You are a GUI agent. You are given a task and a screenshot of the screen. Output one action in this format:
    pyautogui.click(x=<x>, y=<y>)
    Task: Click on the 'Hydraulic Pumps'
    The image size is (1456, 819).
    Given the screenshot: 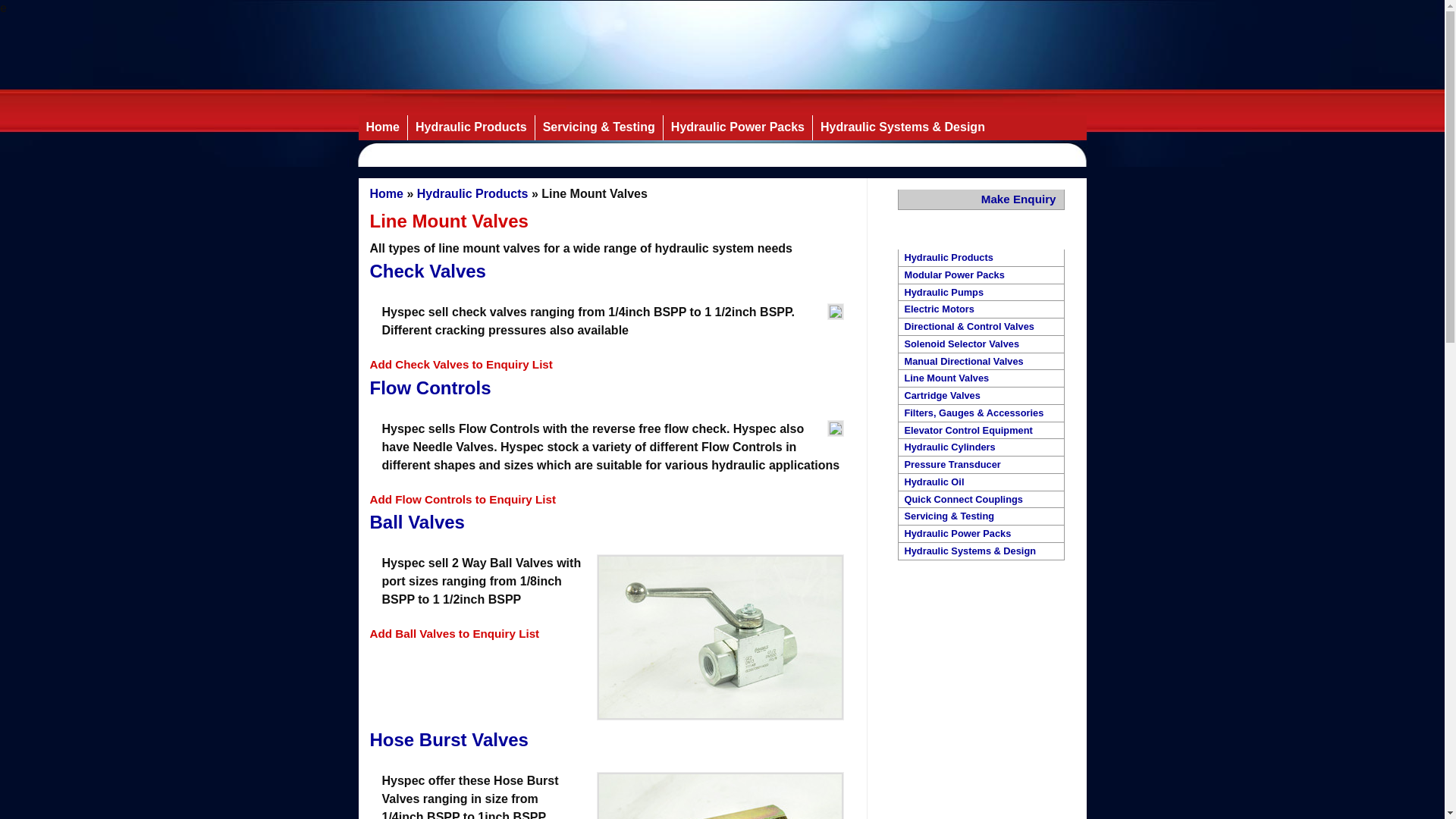 What is the action you would take?
    pyautogui.click(x=980, y=293)
    